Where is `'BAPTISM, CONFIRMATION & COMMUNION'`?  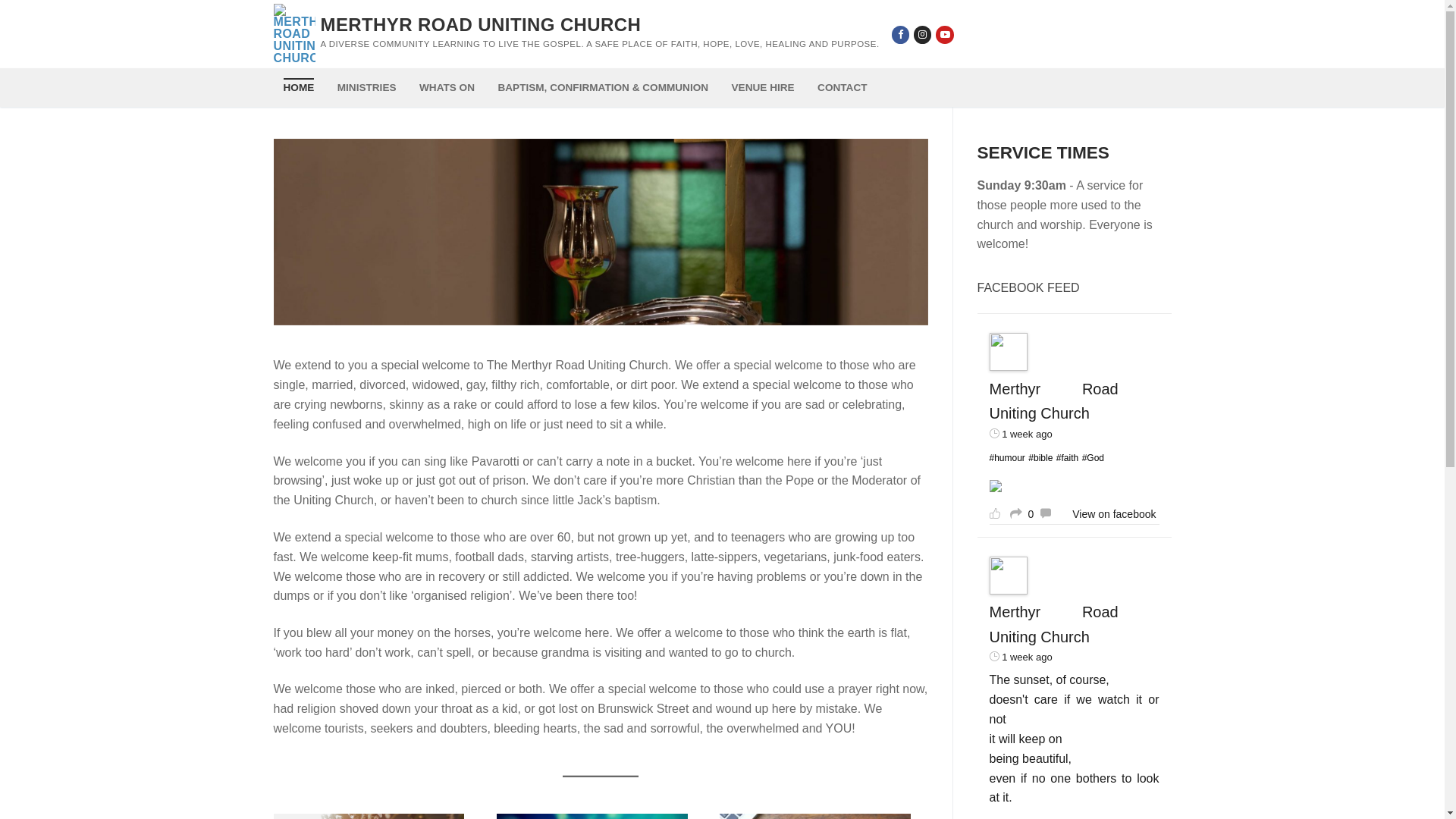 'BAPTISM, CONFIRMATION & COMMUNION' is located at coordinates (602, 87).